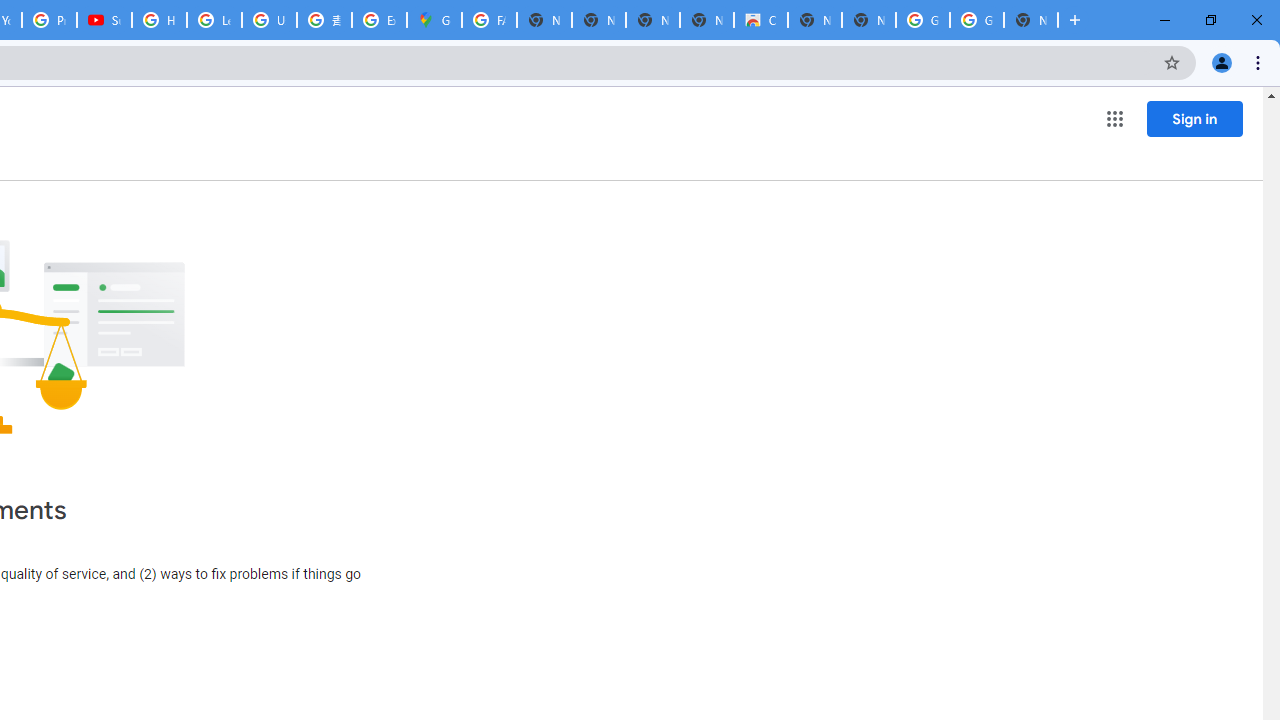  What do you see at coordinates (759, 20) in the screenshot?
I see `'Chrome Web Store'` at bounding box center [759, 20].